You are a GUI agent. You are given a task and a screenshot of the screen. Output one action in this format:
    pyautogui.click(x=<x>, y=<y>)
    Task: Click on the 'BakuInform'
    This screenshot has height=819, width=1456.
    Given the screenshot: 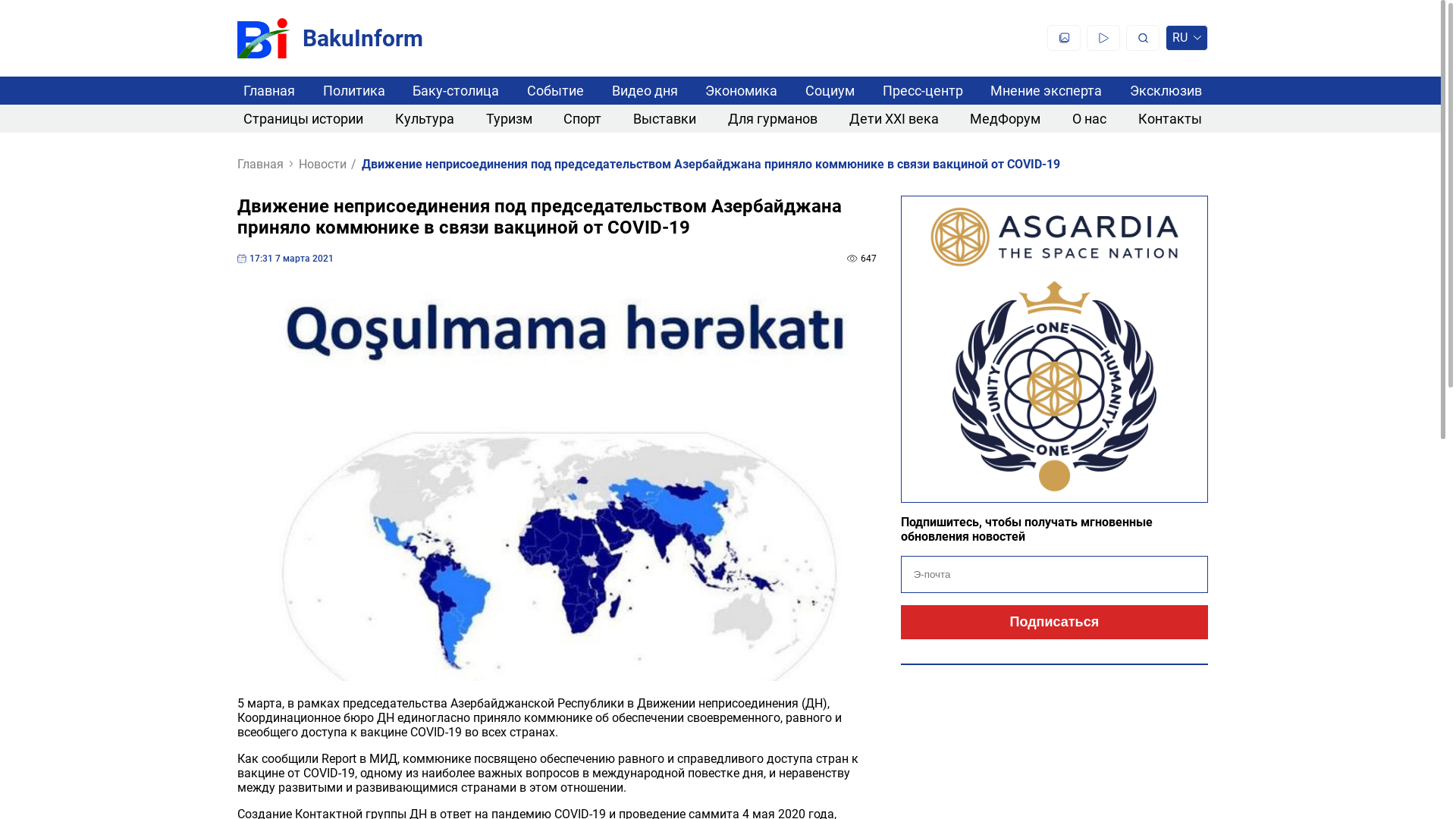 What is the action you would take?
    pyautogui.click(x=329, y=37)
    